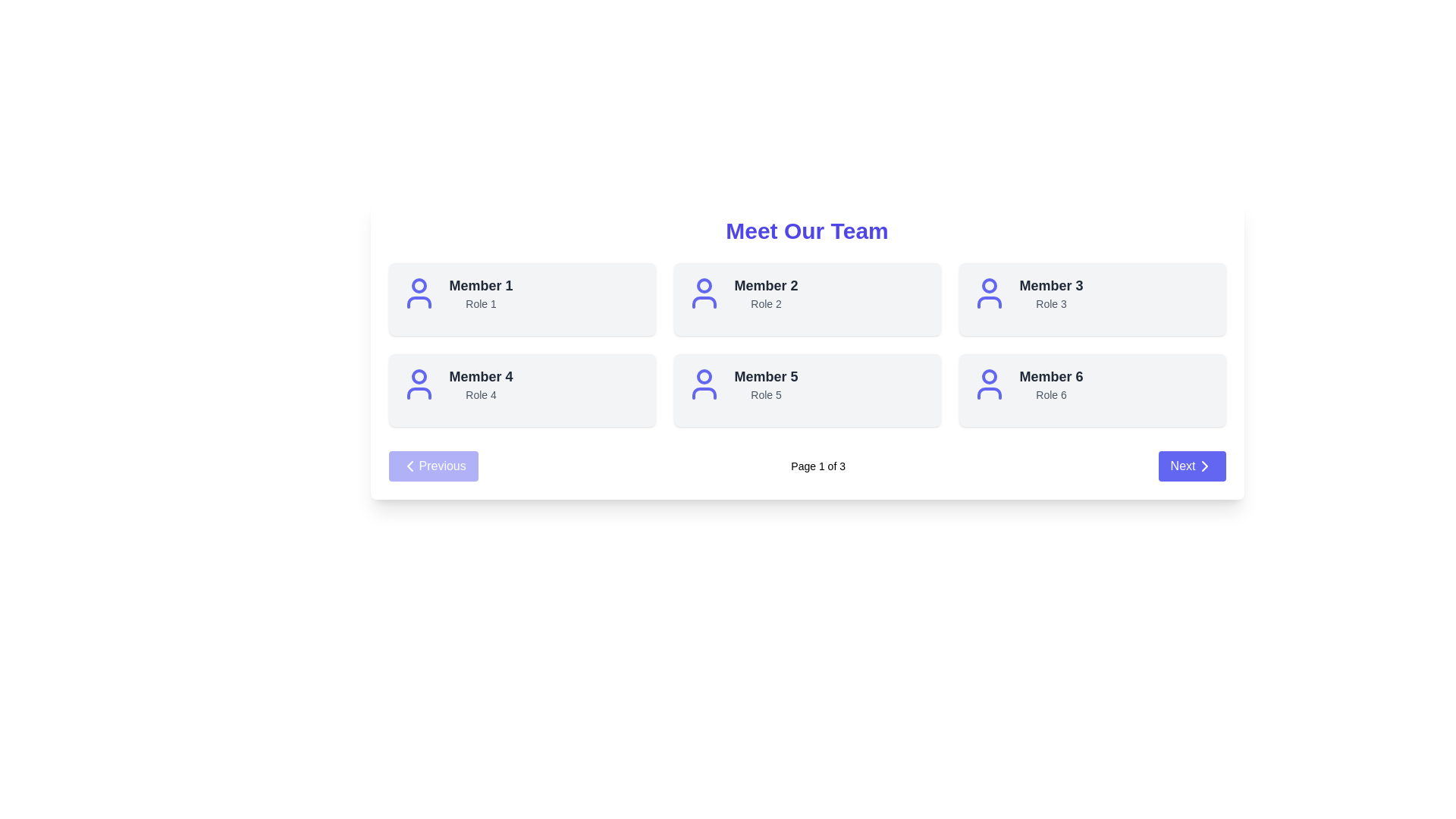  What do you see at coordinates (806, 299) in the screenshot?
I see `the second team member card in the top row of the grid layout` at bounding box center [806, 299].